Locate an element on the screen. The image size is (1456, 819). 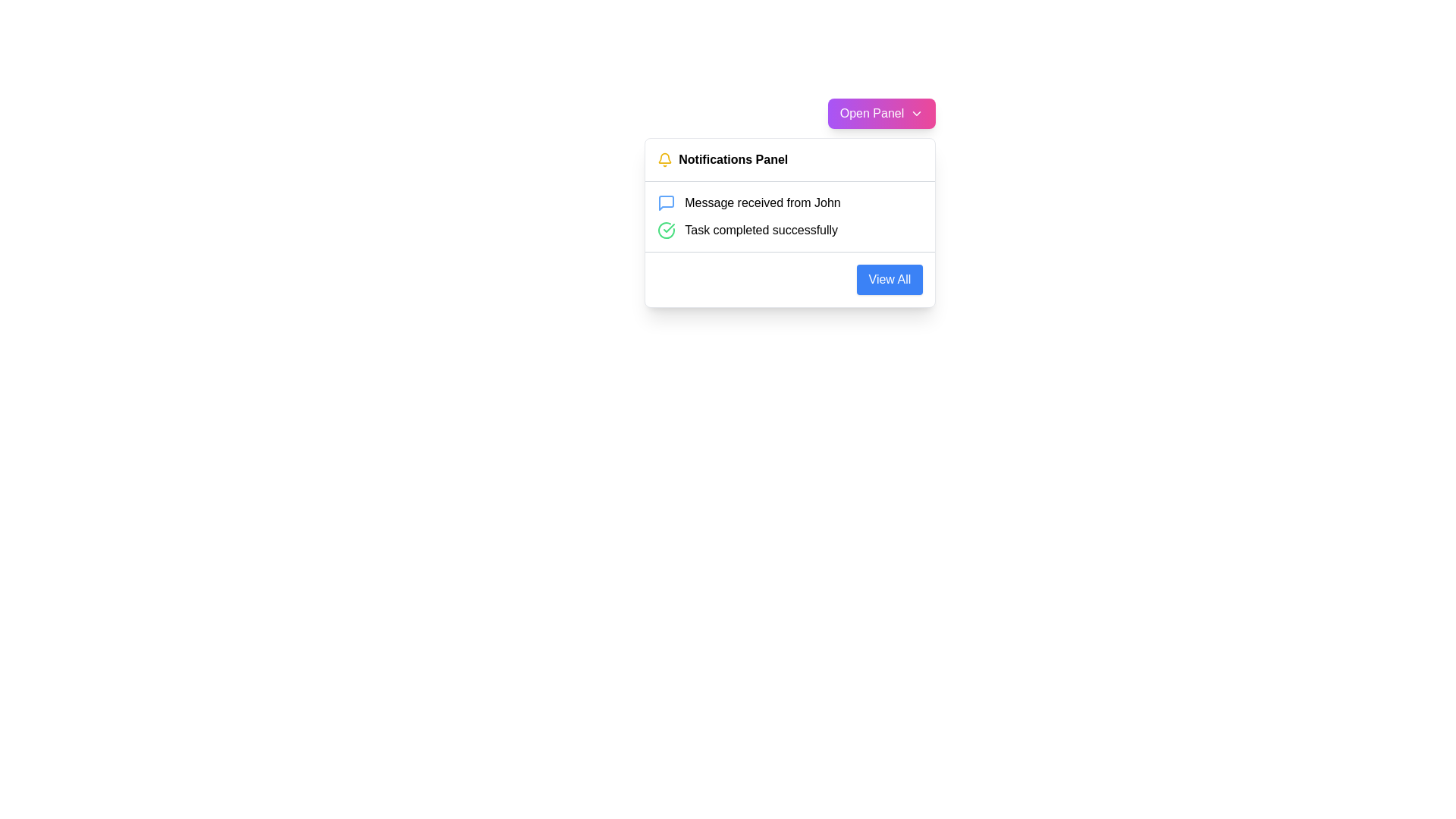
the message notification icon located in the second row next to the text 'Message received from John.' is located at coordinates (667, 202).